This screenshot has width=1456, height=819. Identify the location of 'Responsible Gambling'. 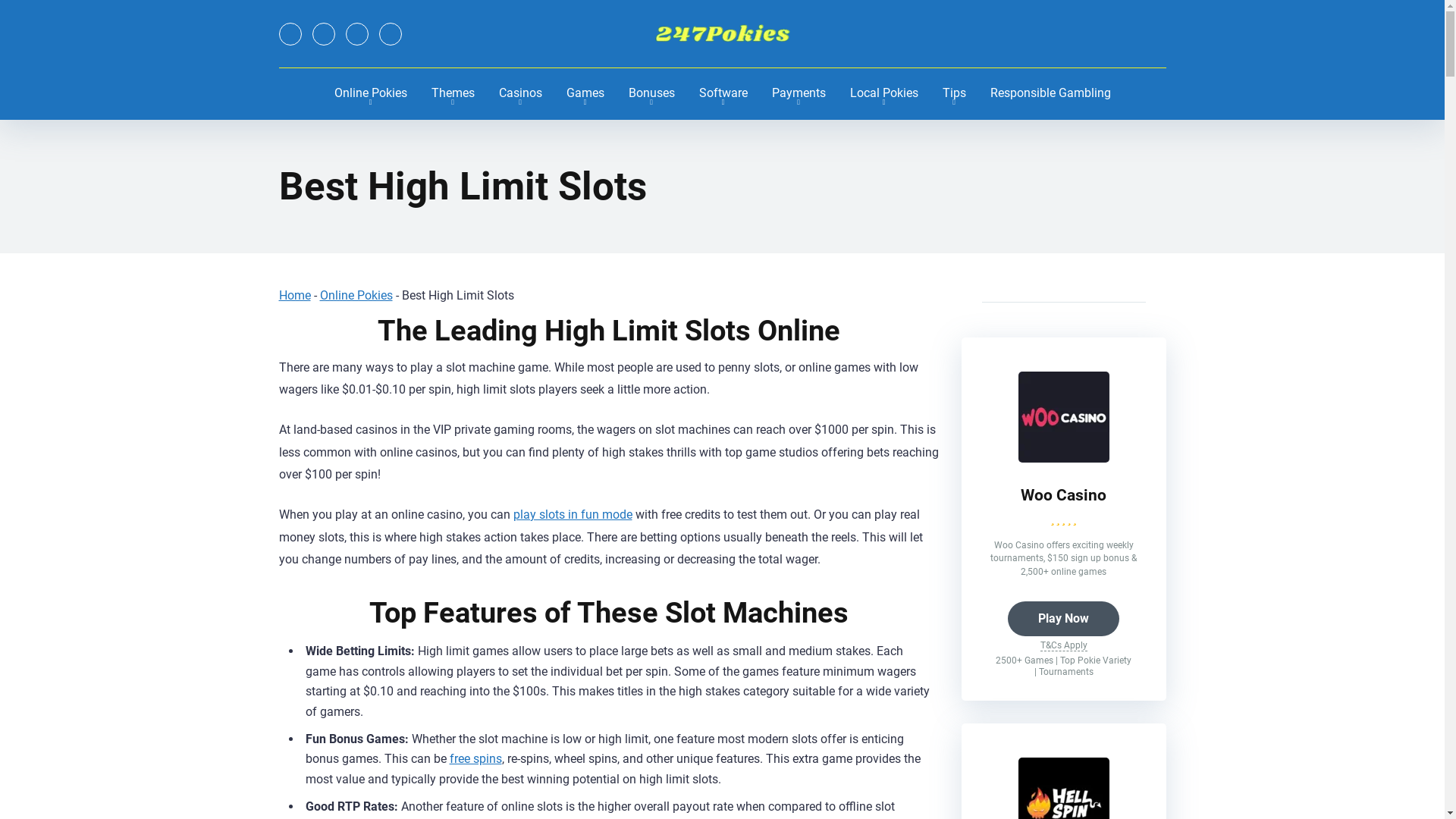
(1050, 93).